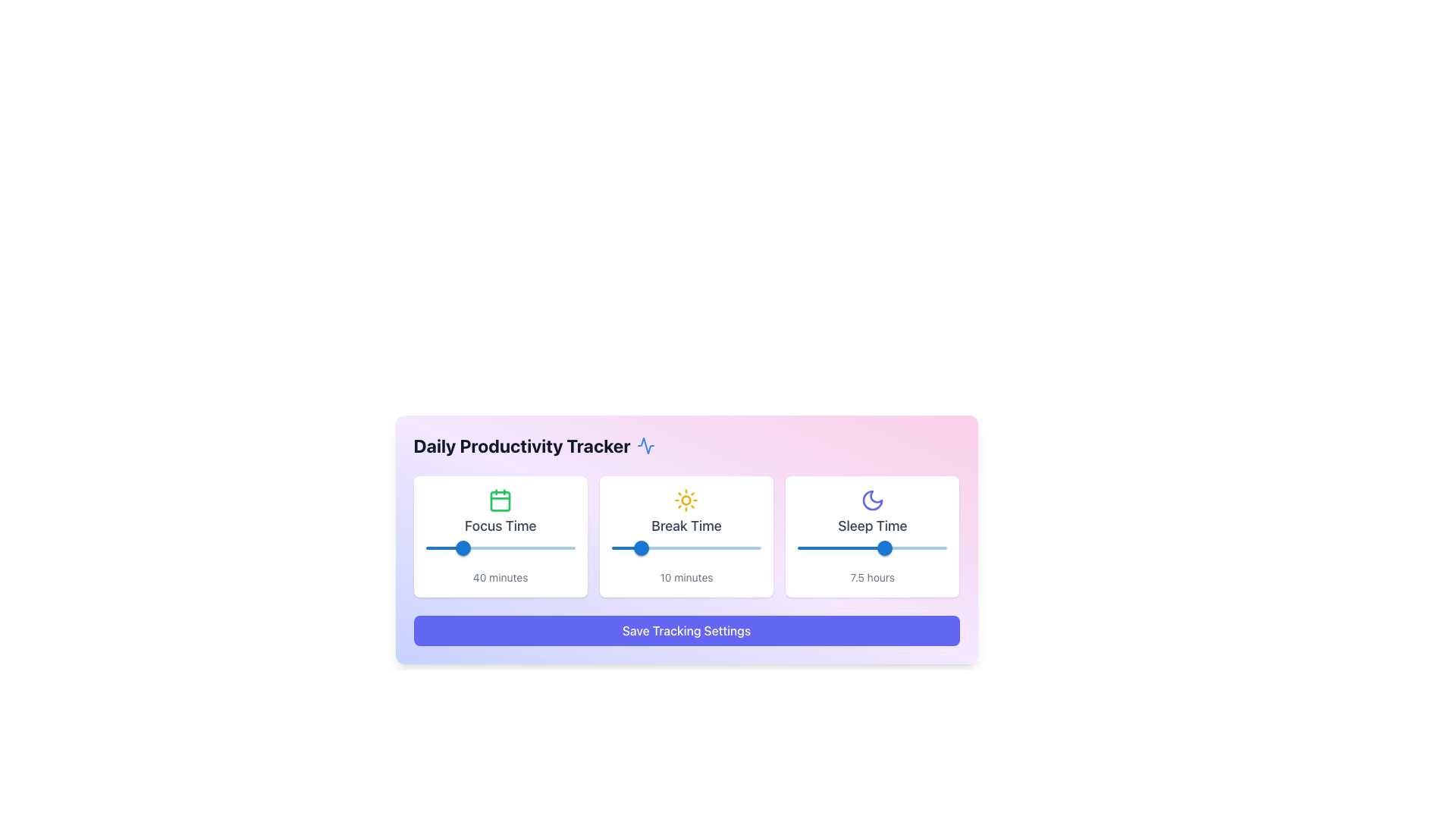 Image resolution: width=1456 pixels, height=819 pixels. I want to click on the slider value, so click(910, 548).